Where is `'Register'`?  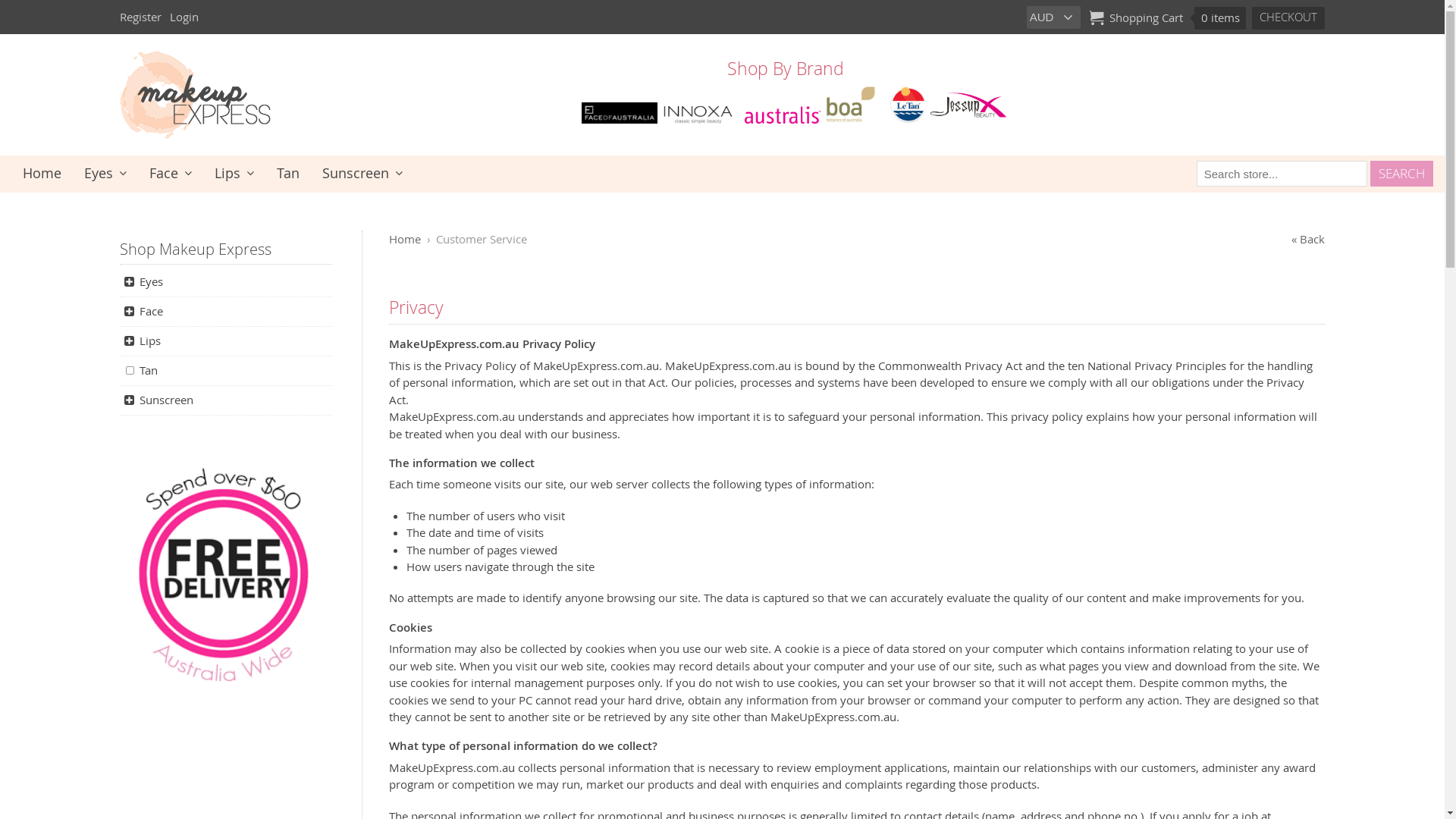
'Register' is located at coordinates (142, 17).